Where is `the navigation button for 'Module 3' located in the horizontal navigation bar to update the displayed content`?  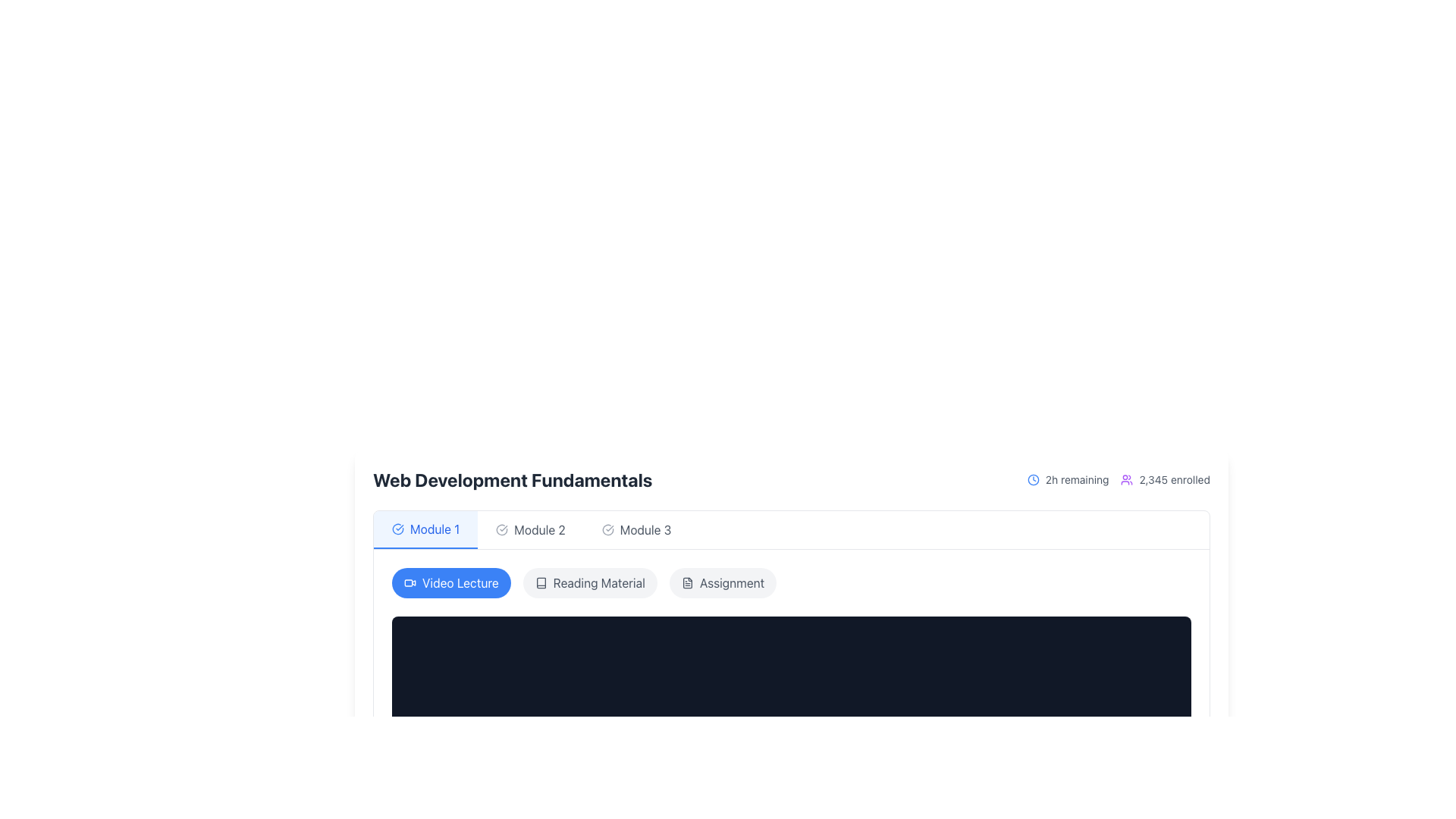 the navigation button for 'Module 3' located in the horizontal navigation bar to update the displayed content is located at coordinates (636, 529).